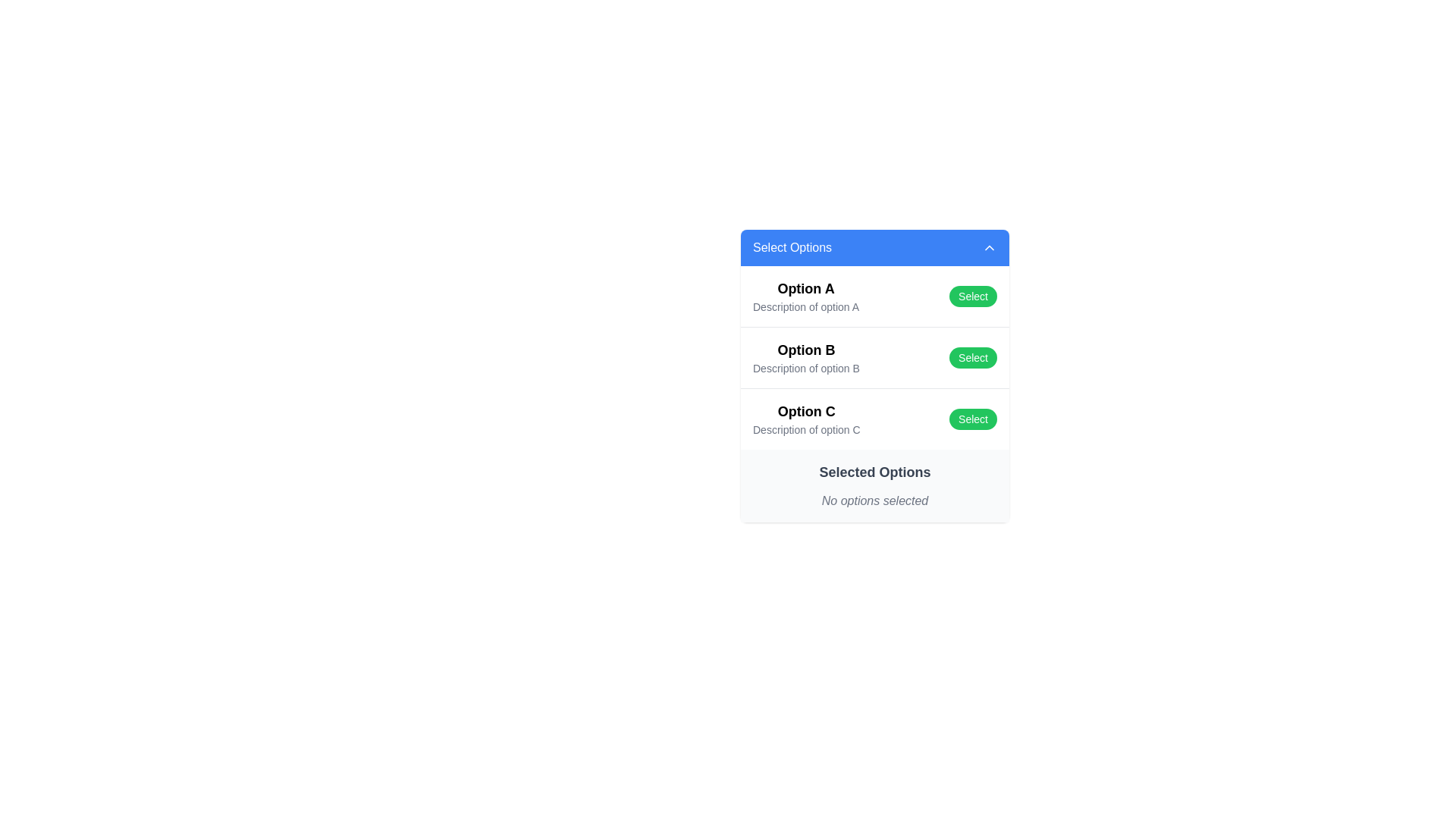  I want to click on the static text label displaying 'Select Options' in white font on a blue background, which is located in the header section aligned to the left, so click(792, 247).